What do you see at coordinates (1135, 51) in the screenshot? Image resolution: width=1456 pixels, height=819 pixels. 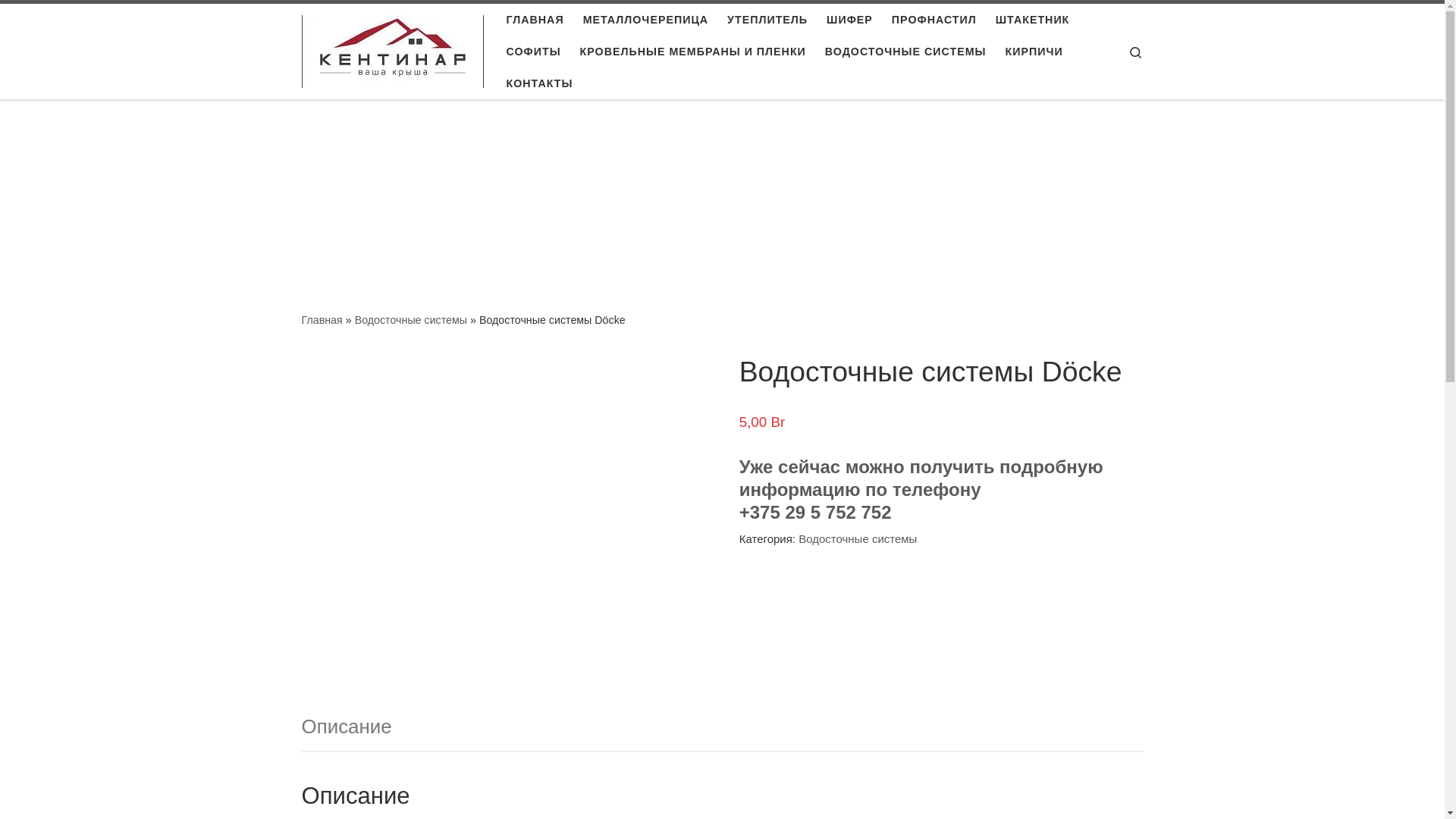 I see `'Search'` at bounding box center [1135, 51].